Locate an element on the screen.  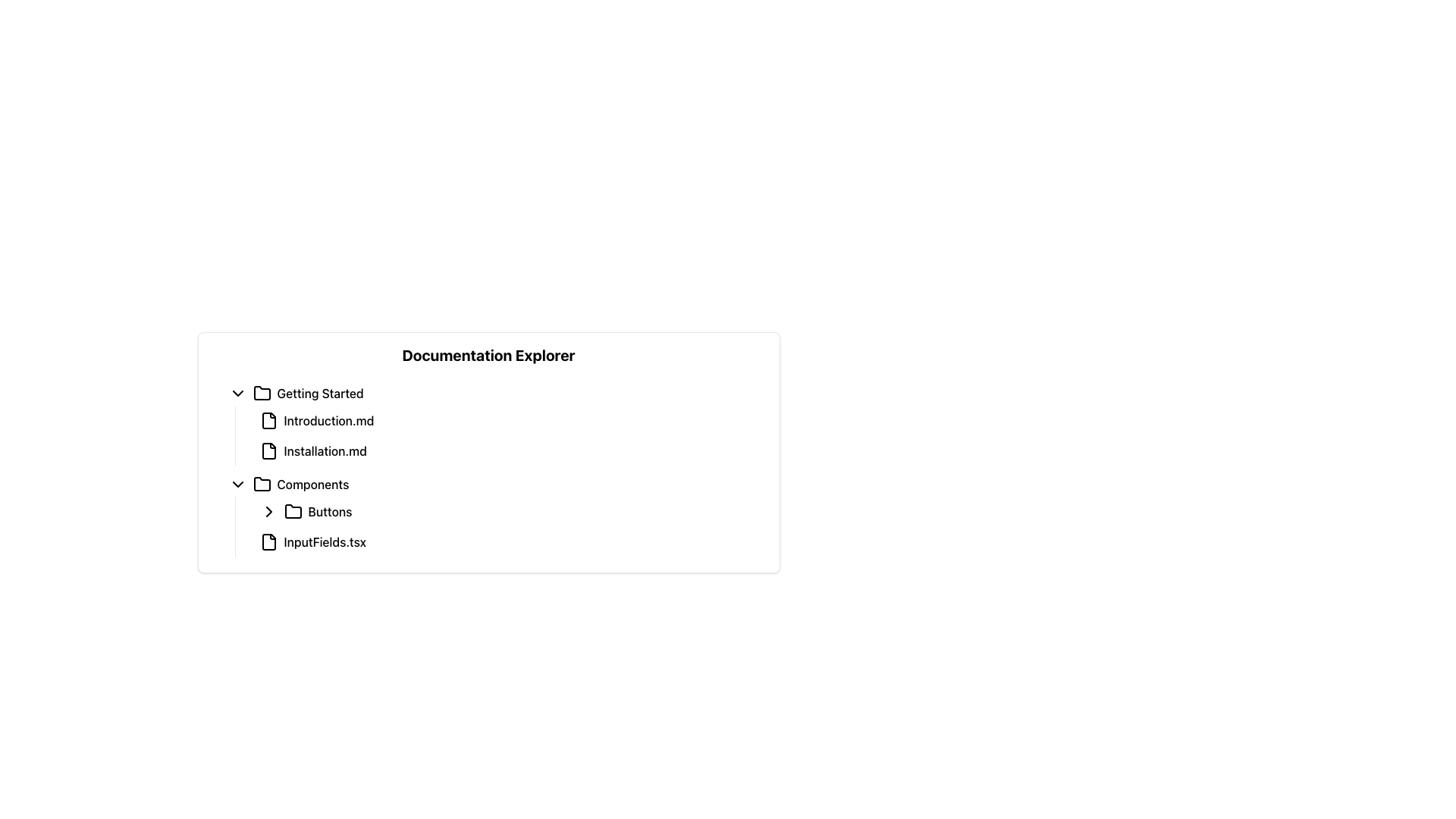
the folder icon, which is an outlined, minimalistic graphic with rounded corners, positioned to the left of the text 'Getting Started' is located at coordinates (262, 393).